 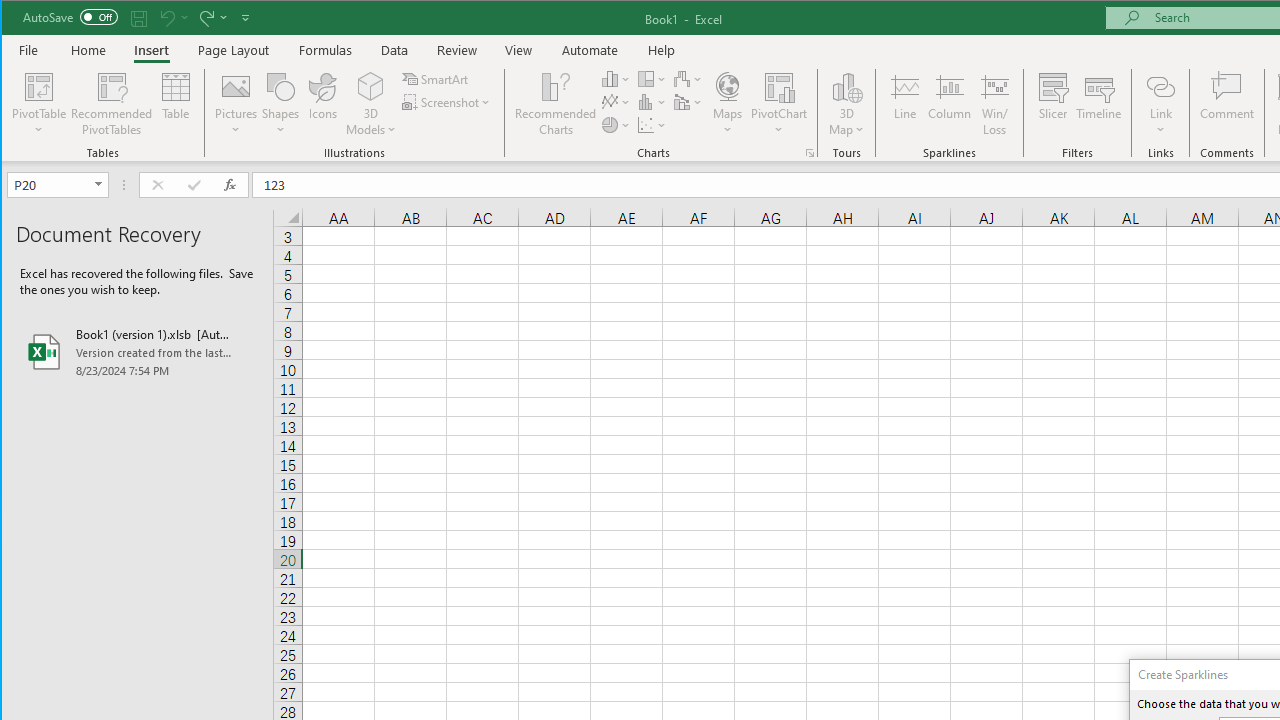 What do you see at coordinates (39, 85) in the screenshot?
I see `'PivotTable'` at bounding box center [39, 85].